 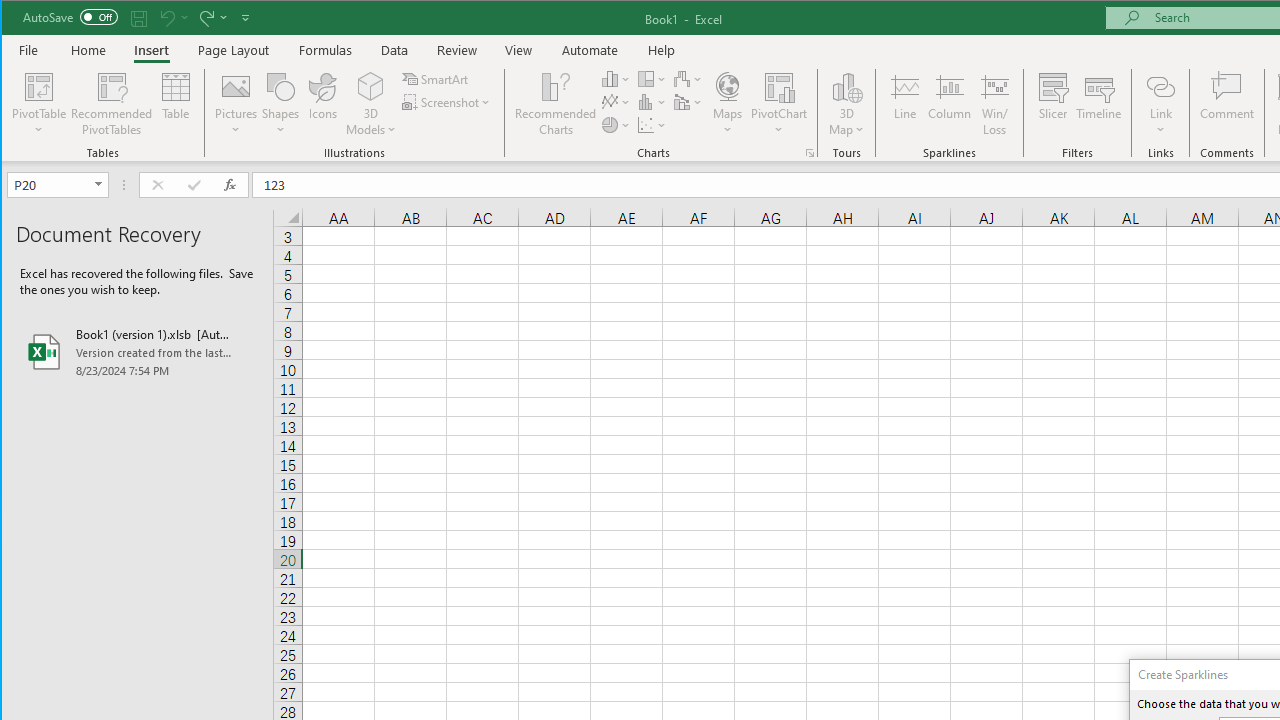 What do you see at coordinates (39, 85) in the screenshot?
I see `'PivotTable'` at bounding box center [39, 85].